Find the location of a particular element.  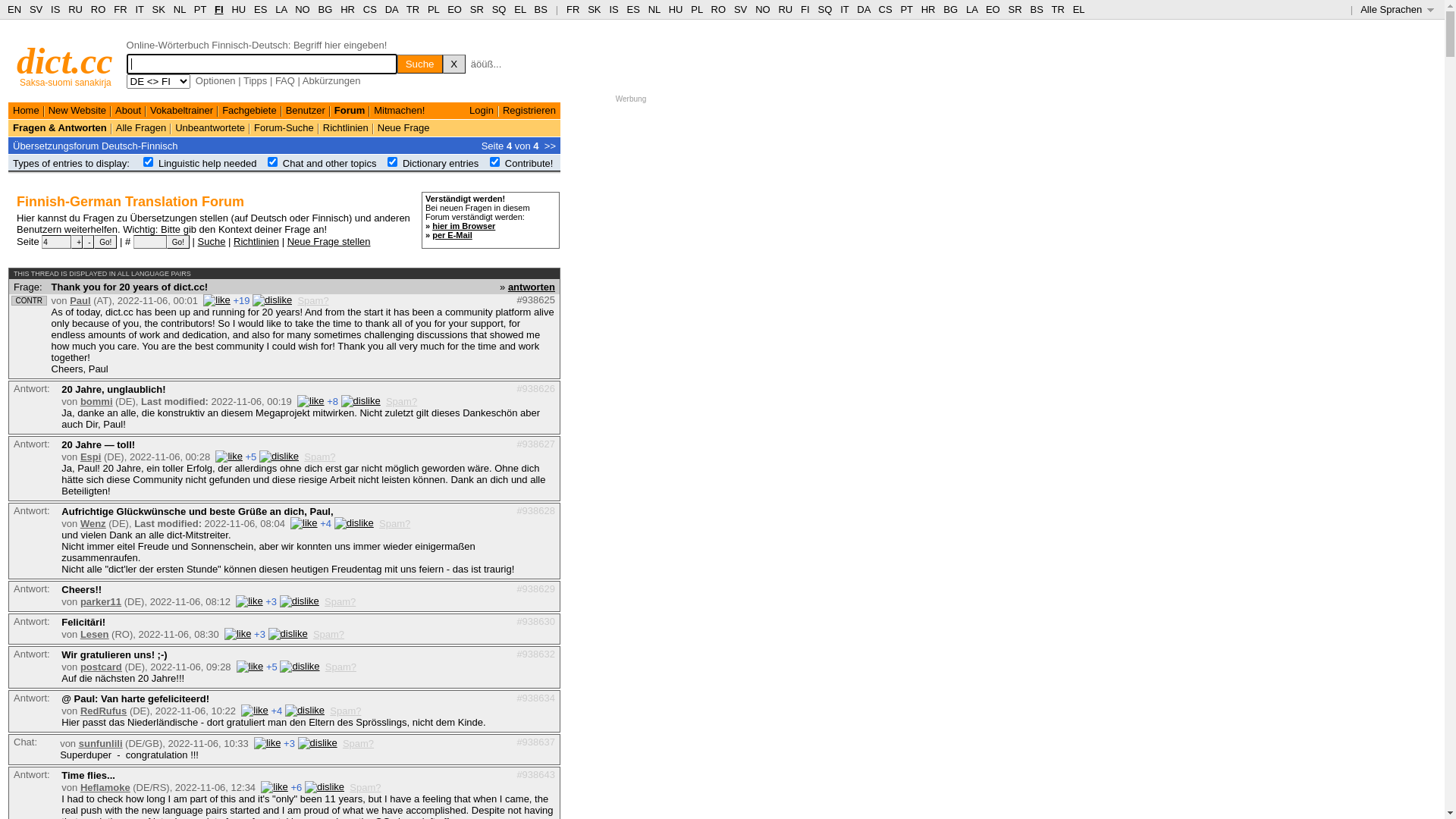

'ES' is located at coordinates (626, 9).